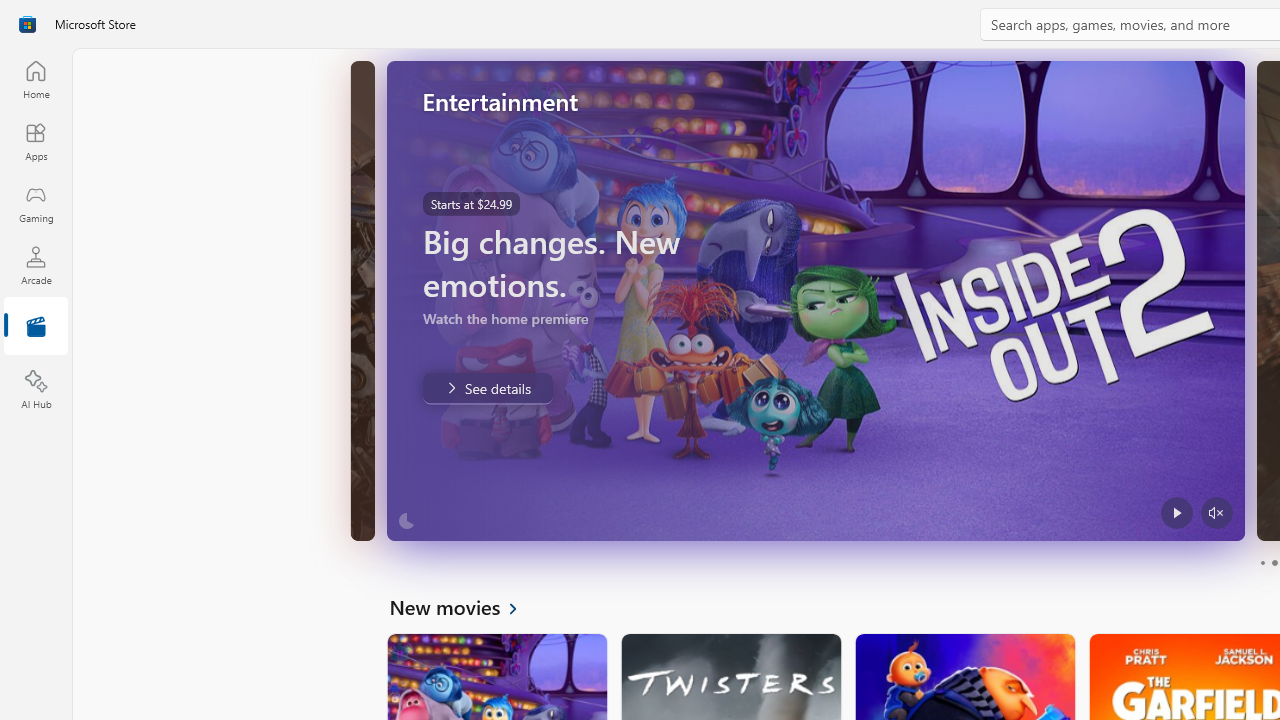 The height and width of the screenshot is (720, 1280). Describe the element at coordinates (27, 24) in the screenshot. I see `'Class: Image'` at that location.